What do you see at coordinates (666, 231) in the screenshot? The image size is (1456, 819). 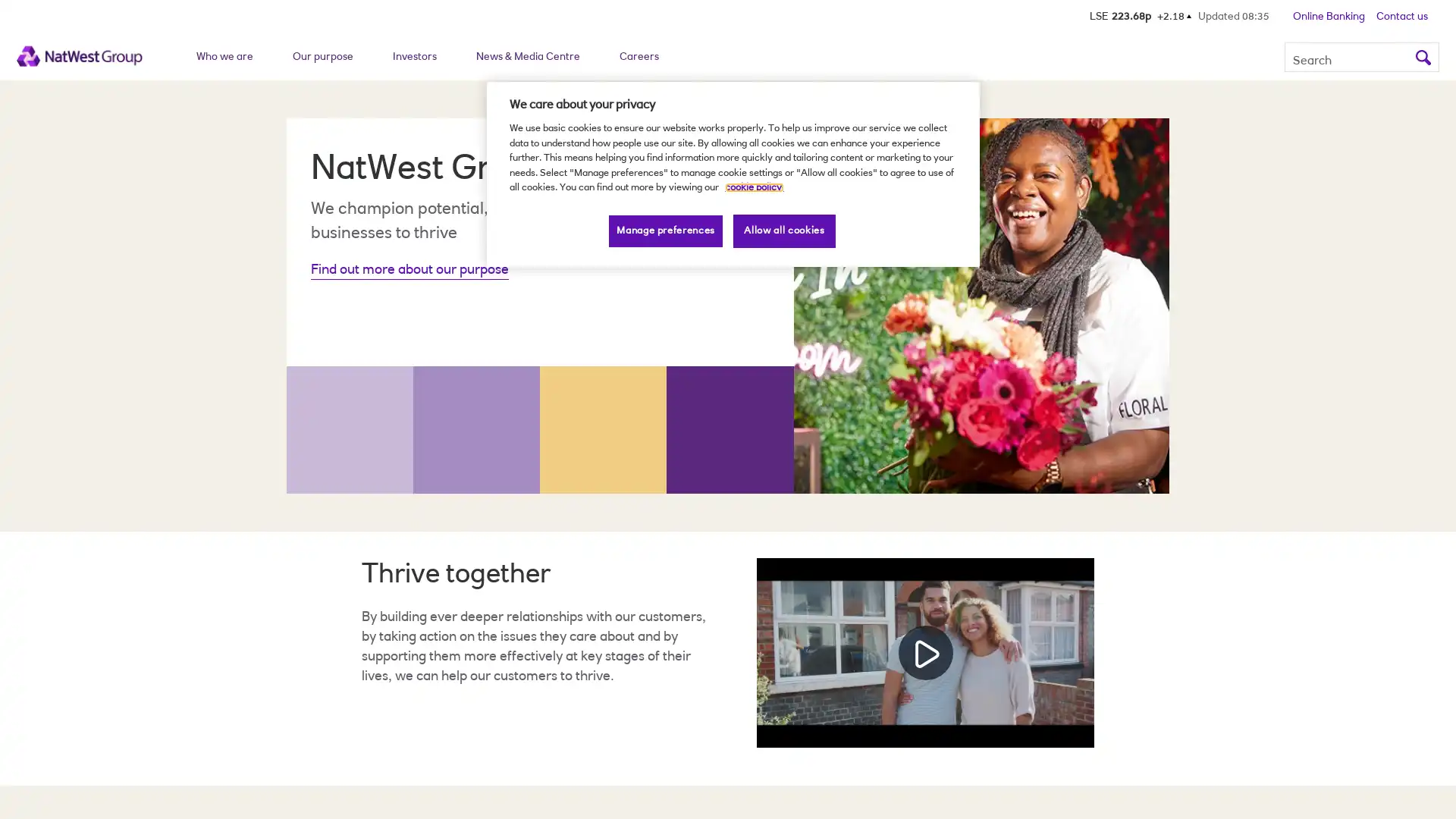 I see `Manage preferences` at bounding box center [666, 231].